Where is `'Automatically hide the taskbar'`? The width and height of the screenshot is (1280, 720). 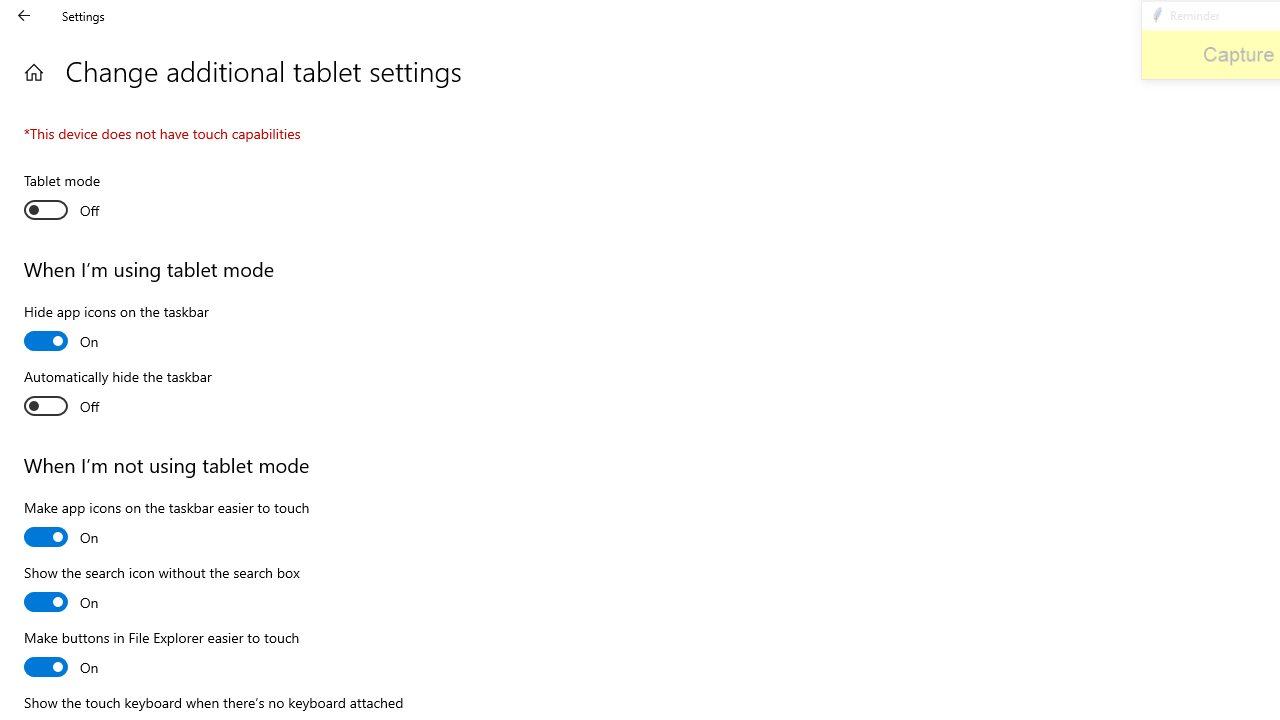 'Automatically hide the taskbar' is located at coordinates (117, 394).